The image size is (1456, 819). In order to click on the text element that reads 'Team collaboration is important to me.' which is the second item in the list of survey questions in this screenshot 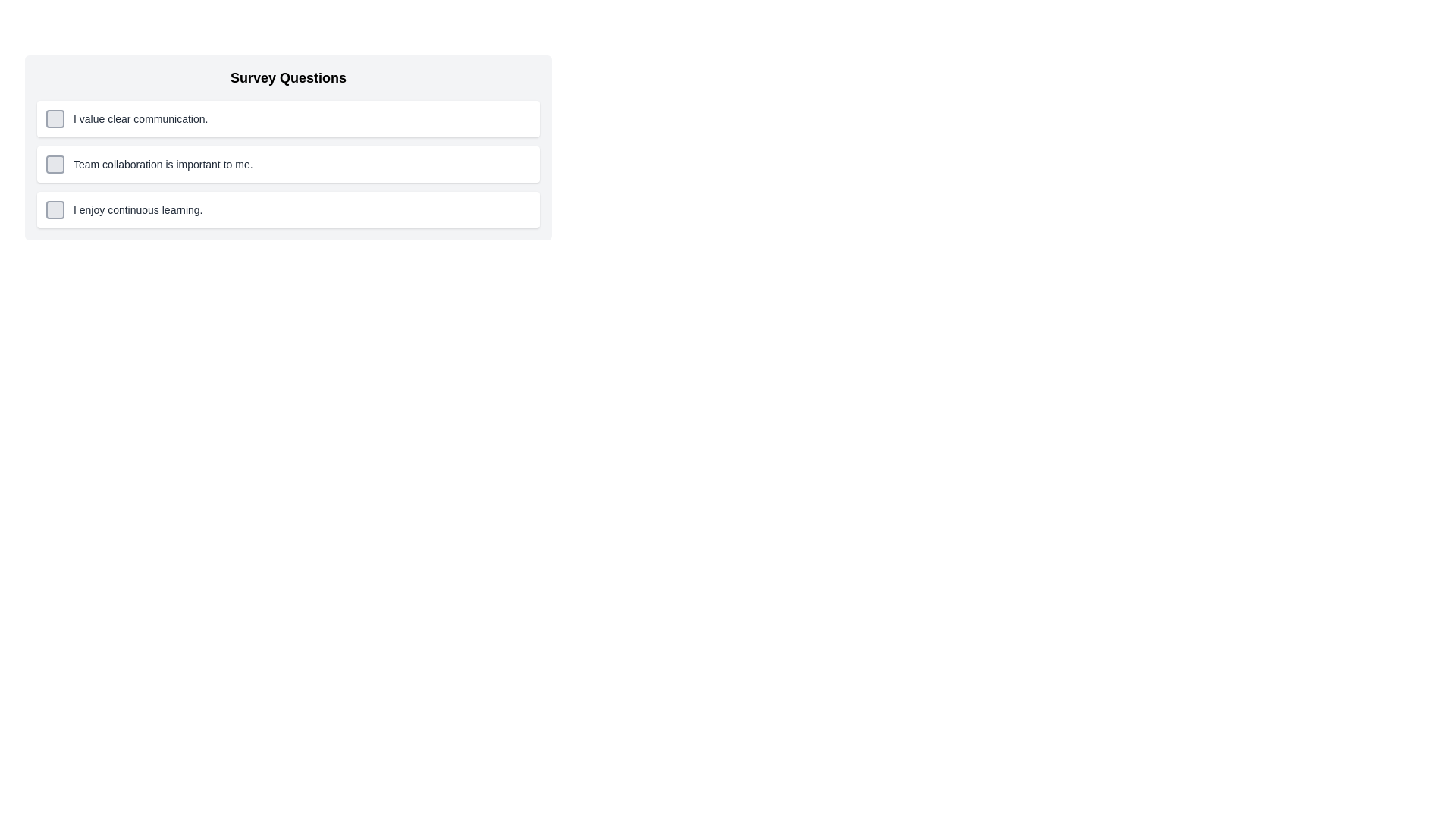, I will do `click(163, 164)`.